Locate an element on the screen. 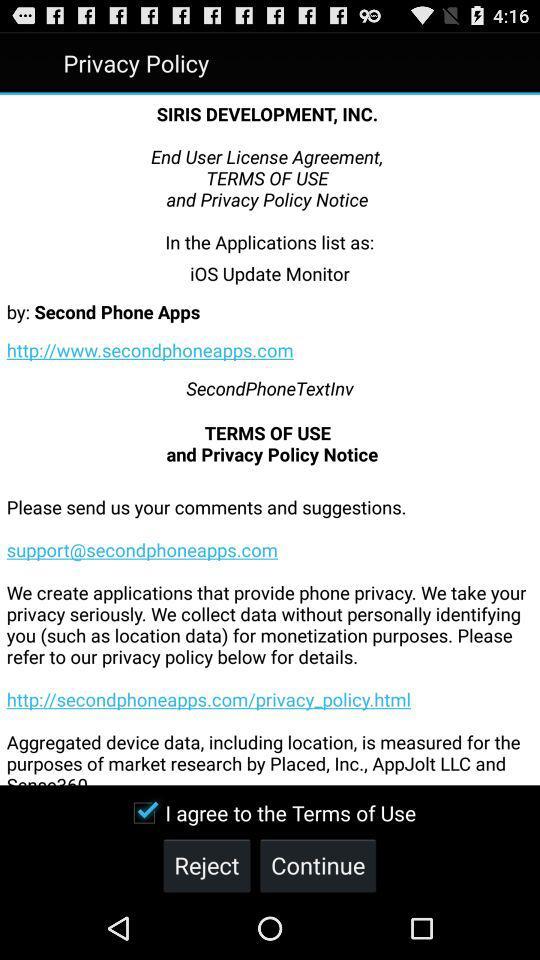  item below terms of use item is located at coordinates (270, 624).